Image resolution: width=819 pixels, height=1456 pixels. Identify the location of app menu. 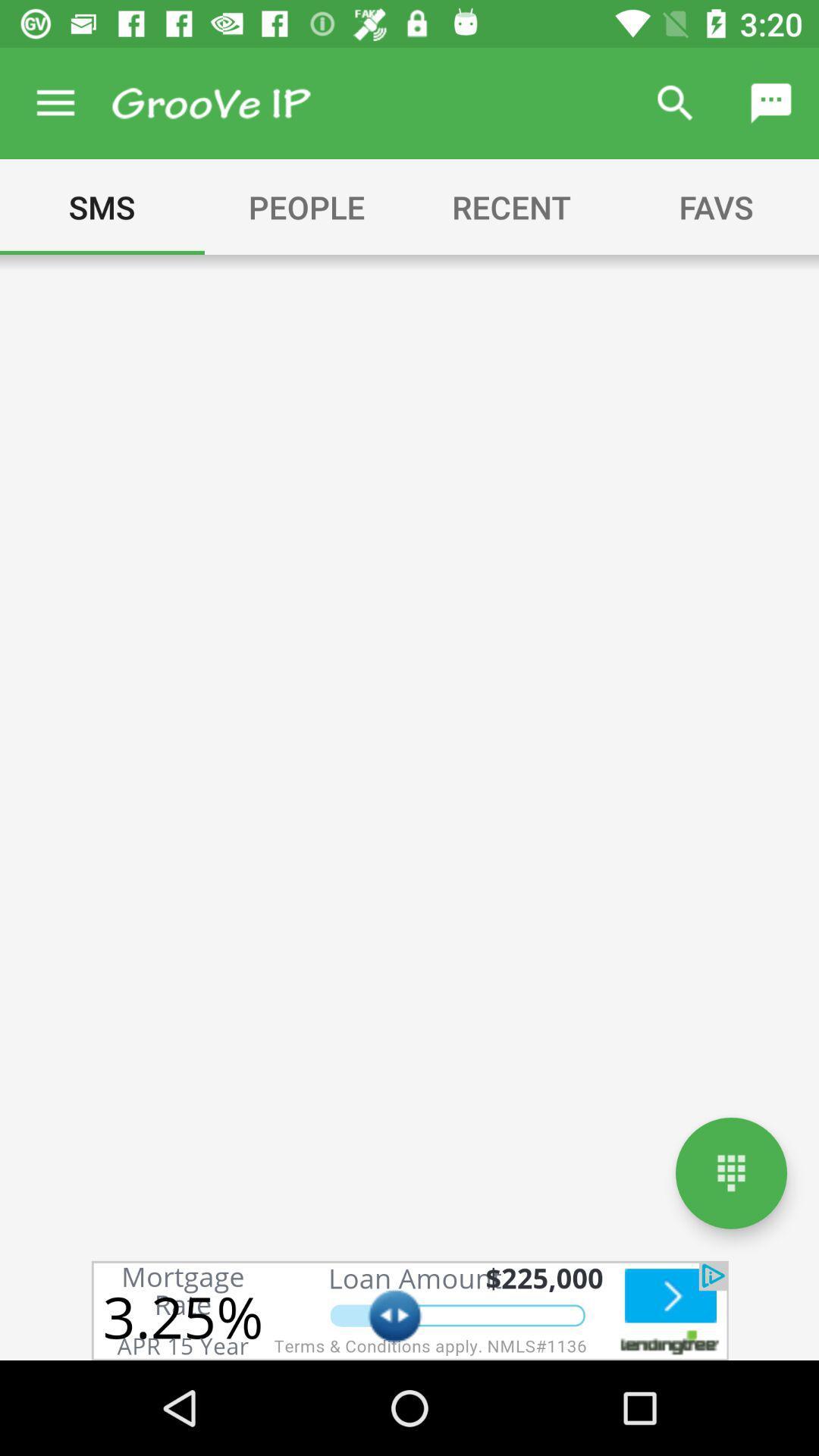
(211, 102).